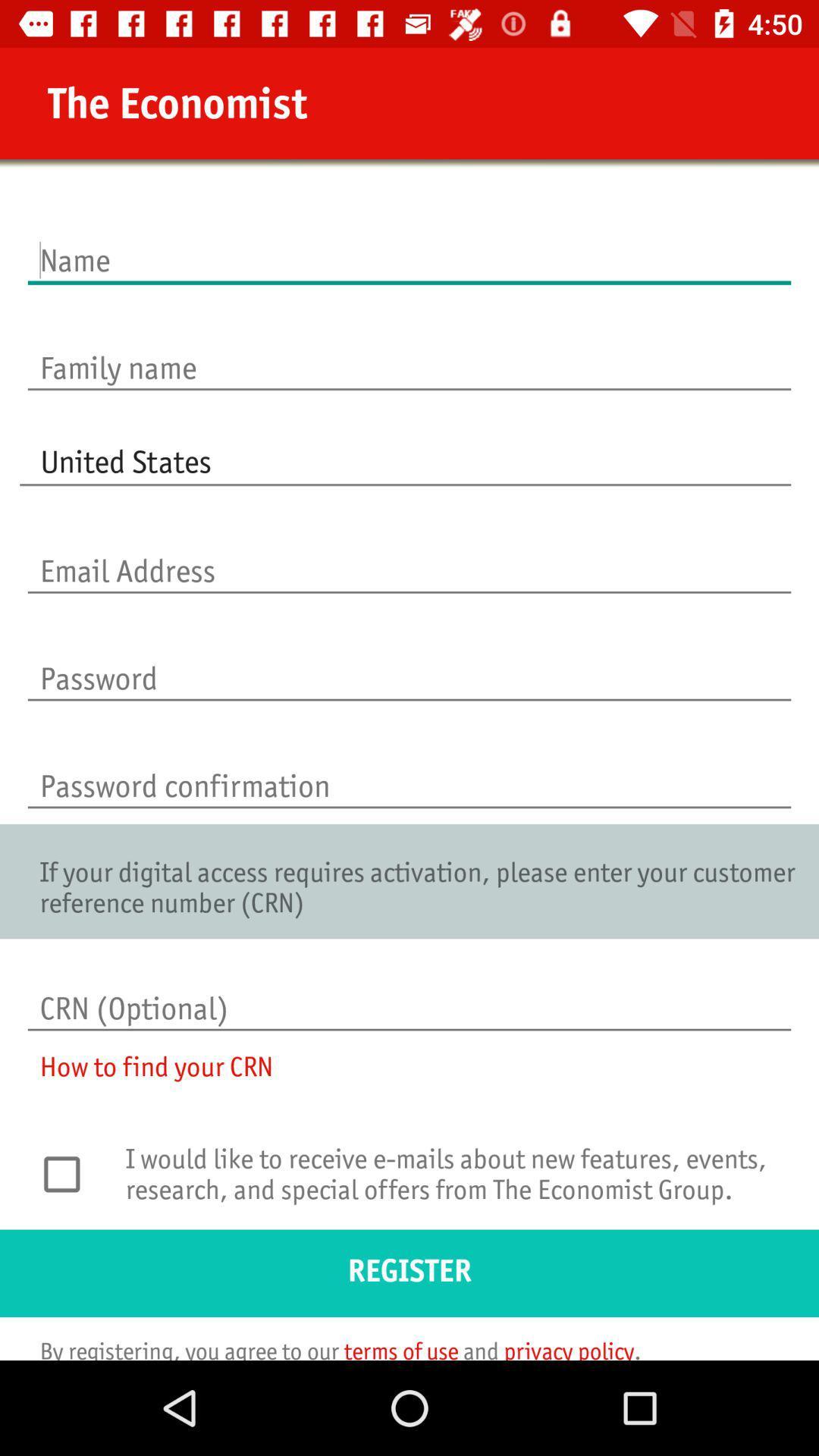 This screenshot has width=819, height=1456. Describe the element at coordinates (453, 1183) in the screenshot. I see `item above register` at that location.